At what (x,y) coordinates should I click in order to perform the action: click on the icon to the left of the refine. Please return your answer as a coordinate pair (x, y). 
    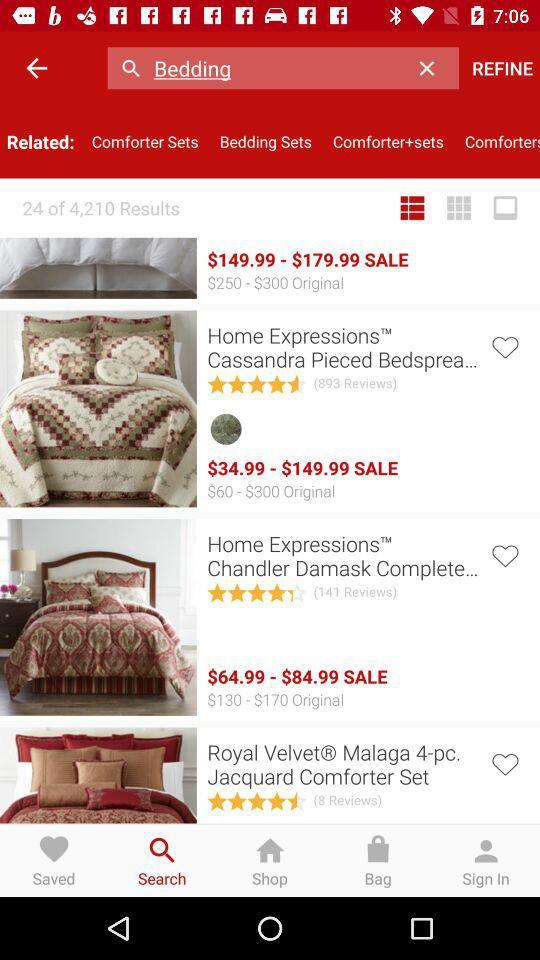
    Looking at the image, I should click on (431, 68).